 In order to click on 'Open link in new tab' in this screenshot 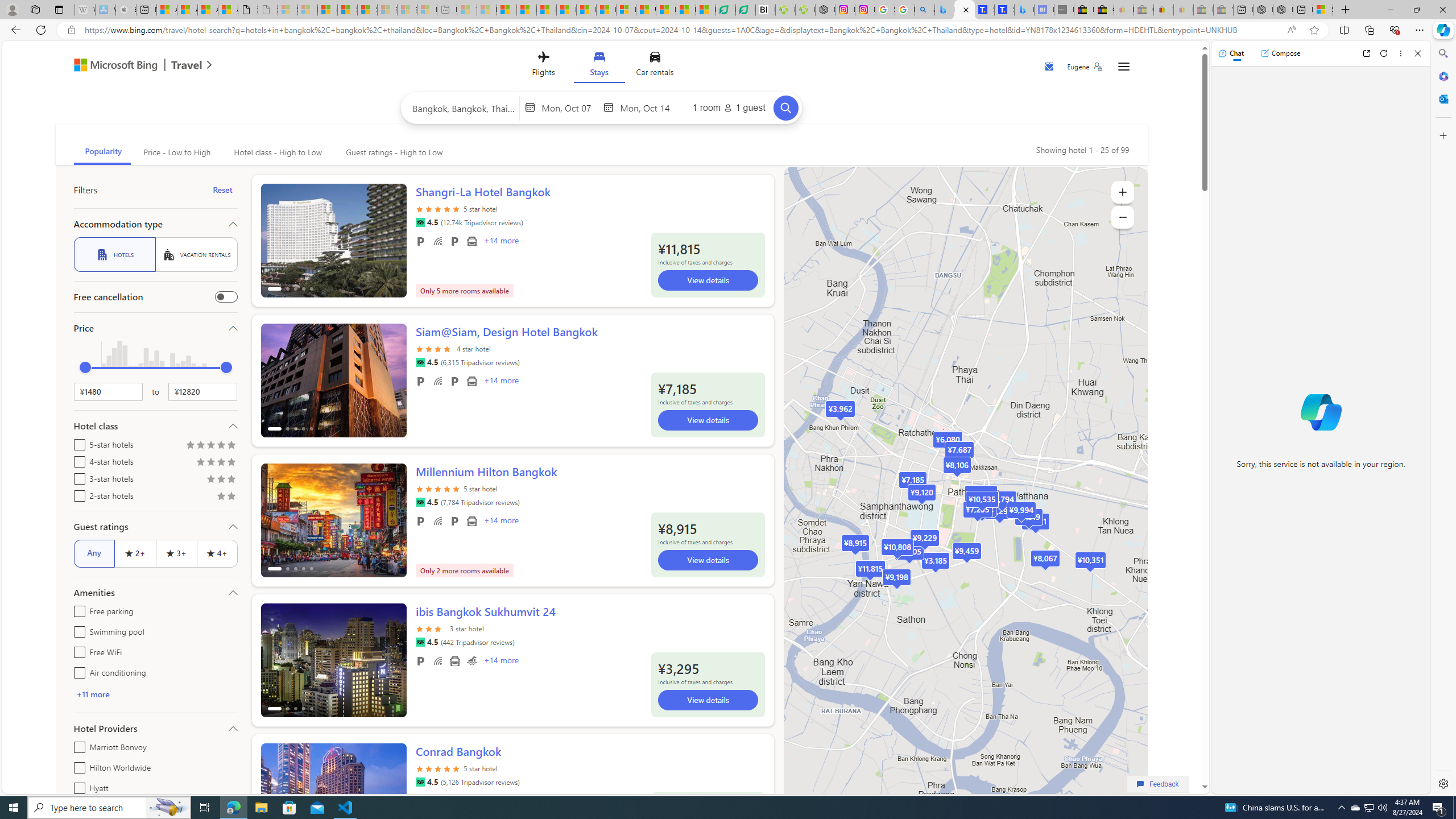, I will do `click(1366, 53)`.